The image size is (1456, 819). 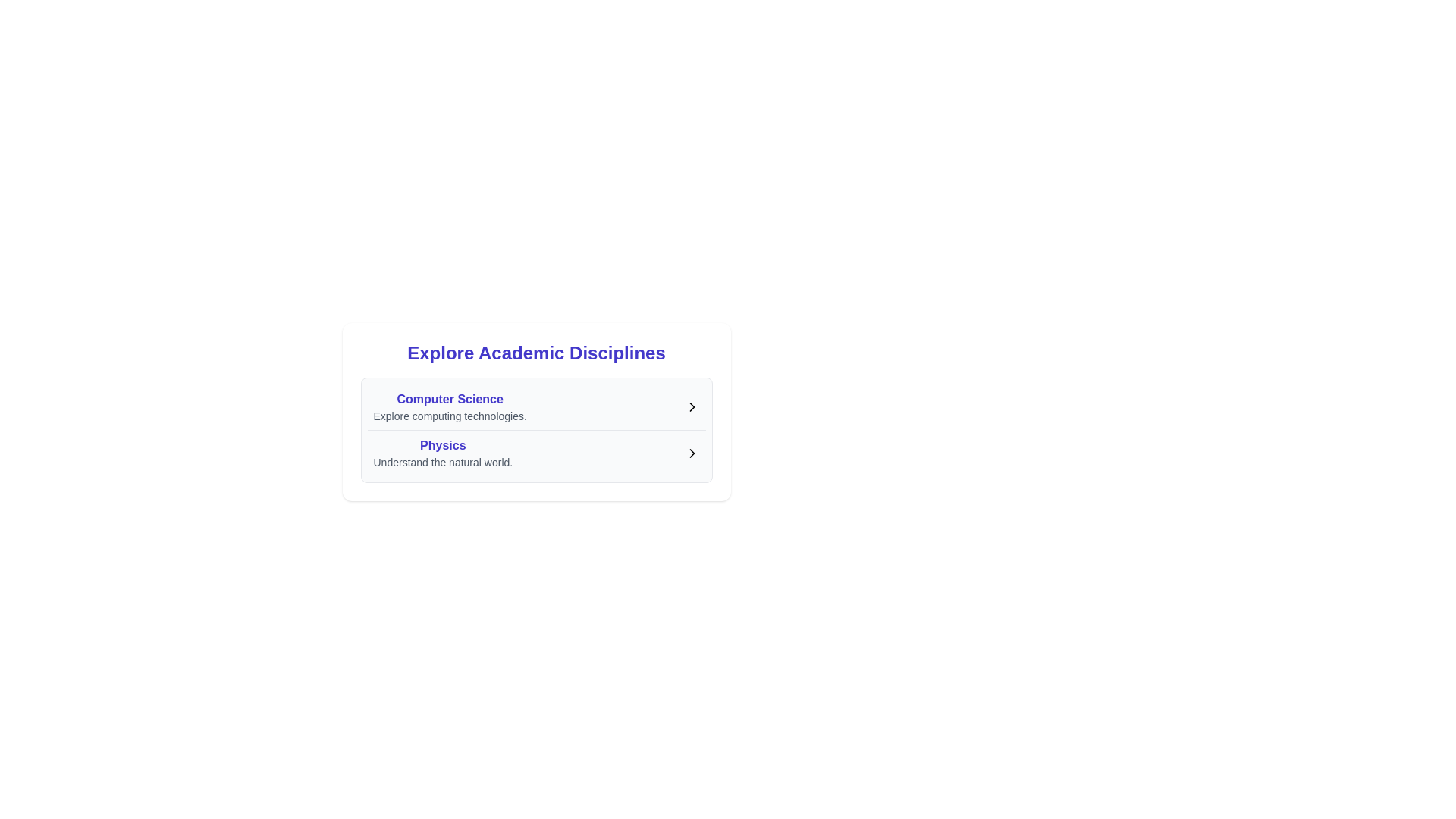 I want to click on the text label reading 'Physics' which is styled in bold indigo and located under the 'Explore Academic Disciplines' section, so click(x=442, y=444).